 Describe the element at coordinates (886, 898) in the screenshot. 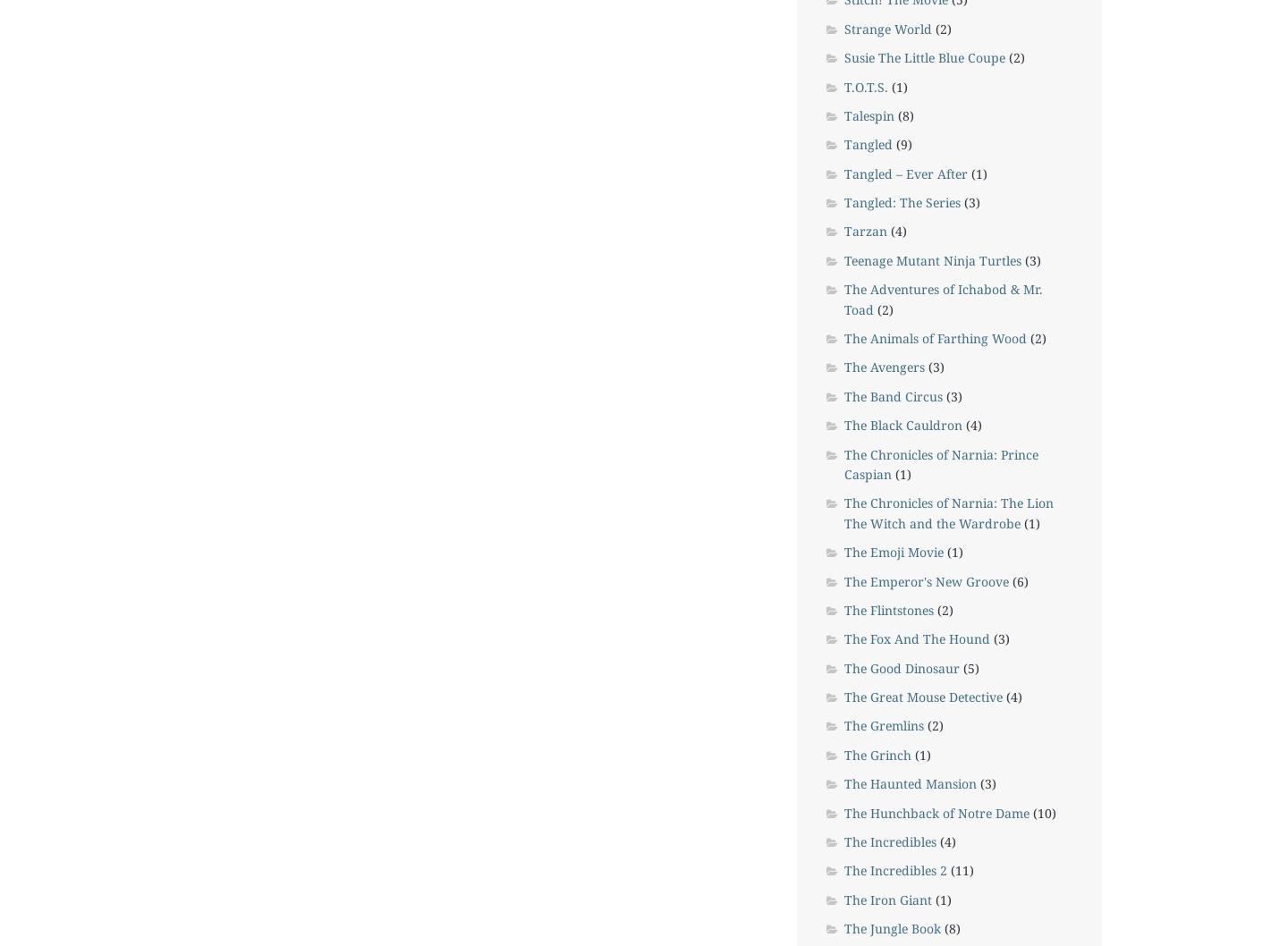

I see `'The Iron Giant'` at that location.